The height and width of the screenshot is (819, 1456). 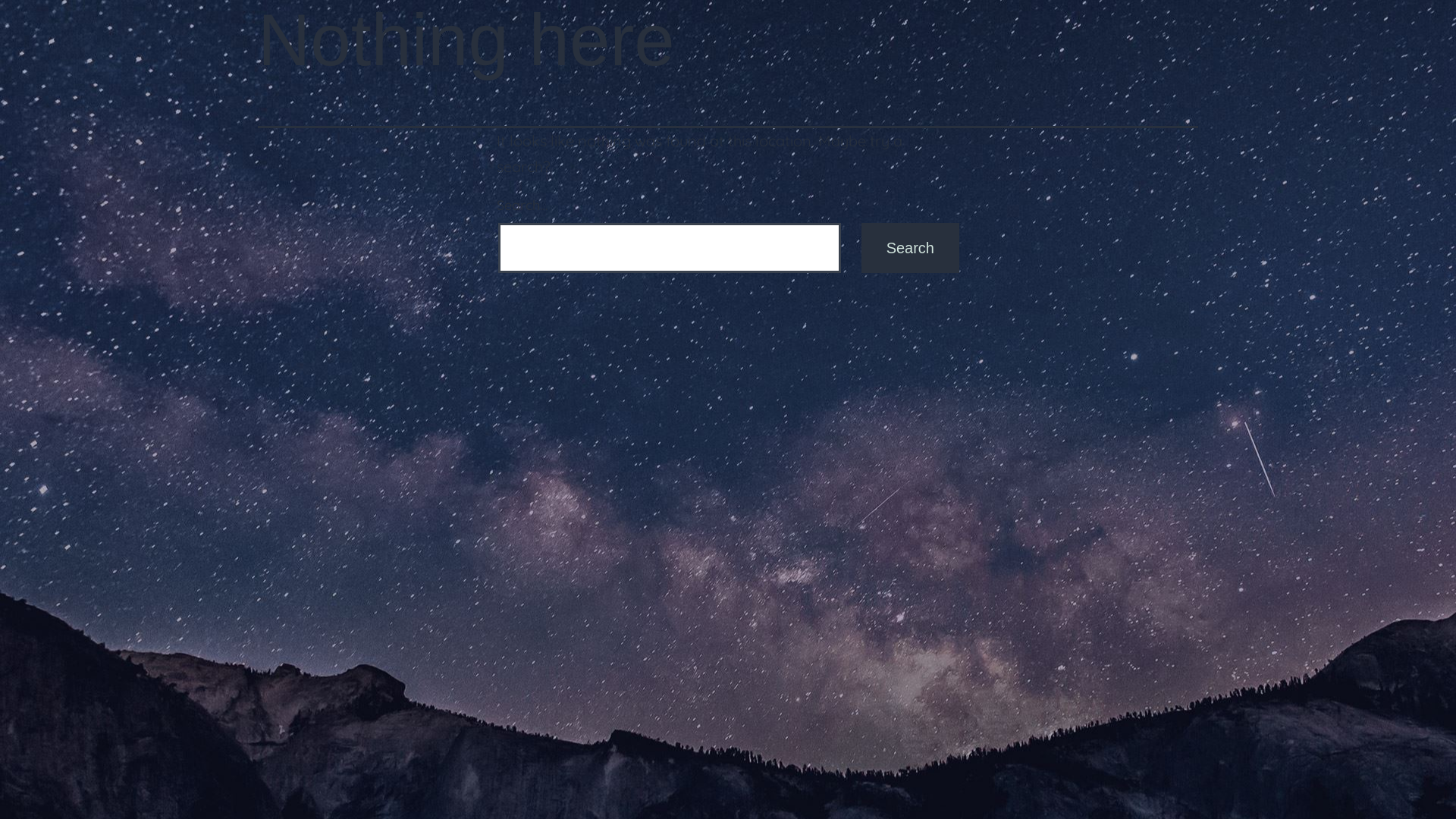 I want to click on 'Search', so click(x=861, y=247).